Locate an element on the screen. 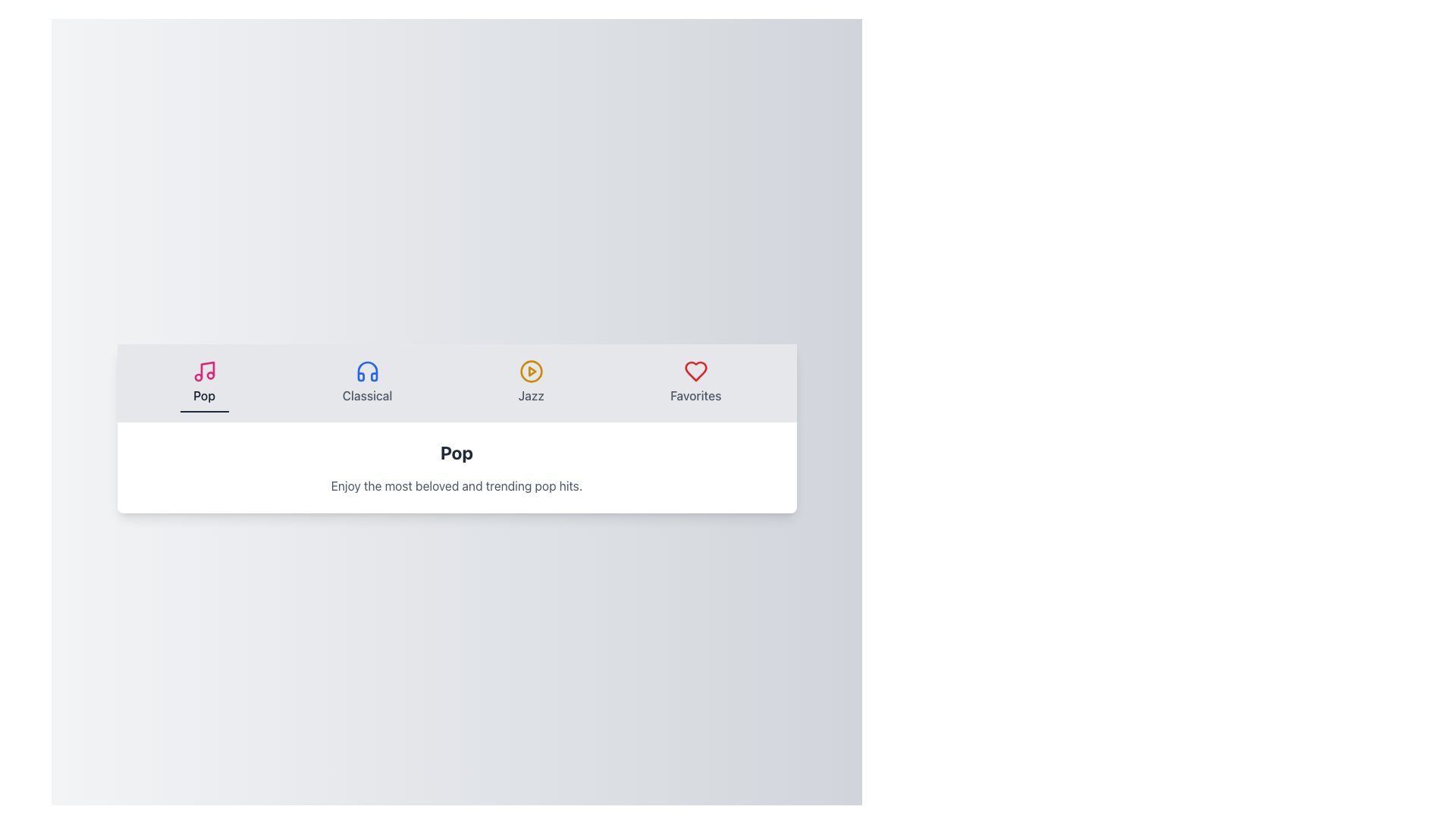 This screenshot has width=1456, height=819. the 'Jazz' category button in the horizontal menu bar is located at coordinates (531, 381).